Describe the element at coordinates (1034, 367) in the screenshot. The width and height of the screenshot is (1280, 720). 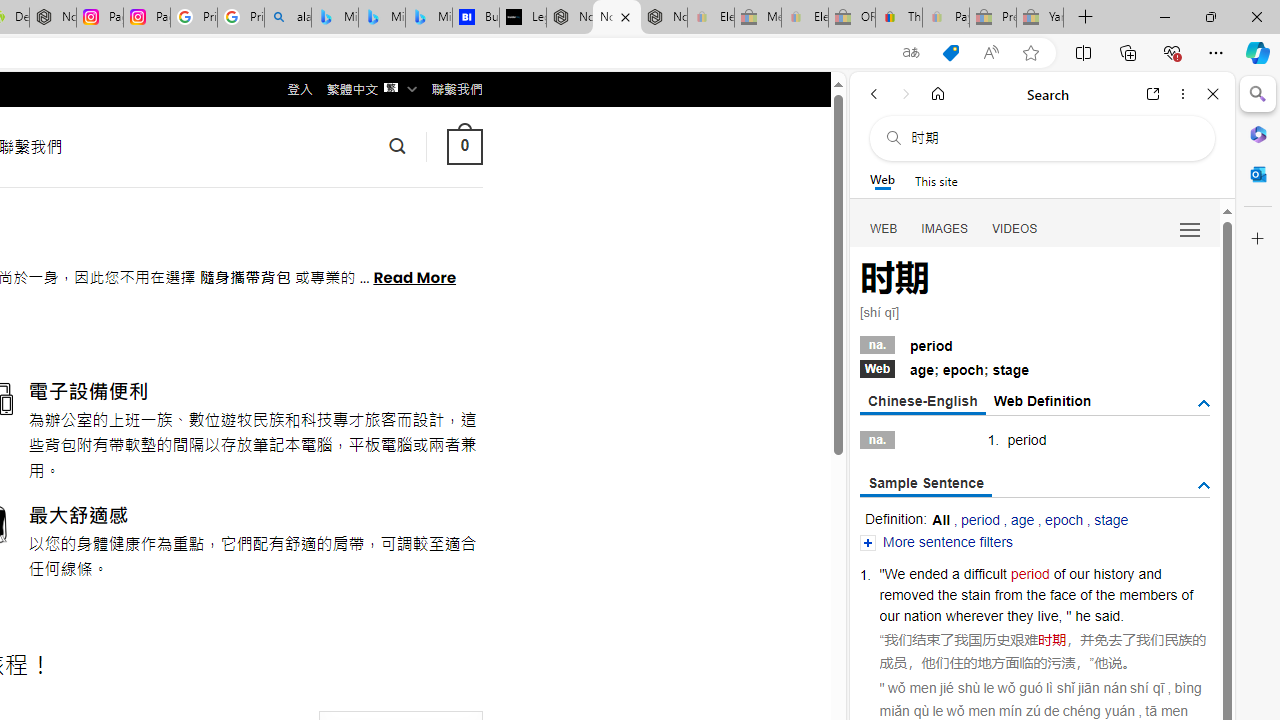
I see `'Webage; epoch; stage'` at that location.